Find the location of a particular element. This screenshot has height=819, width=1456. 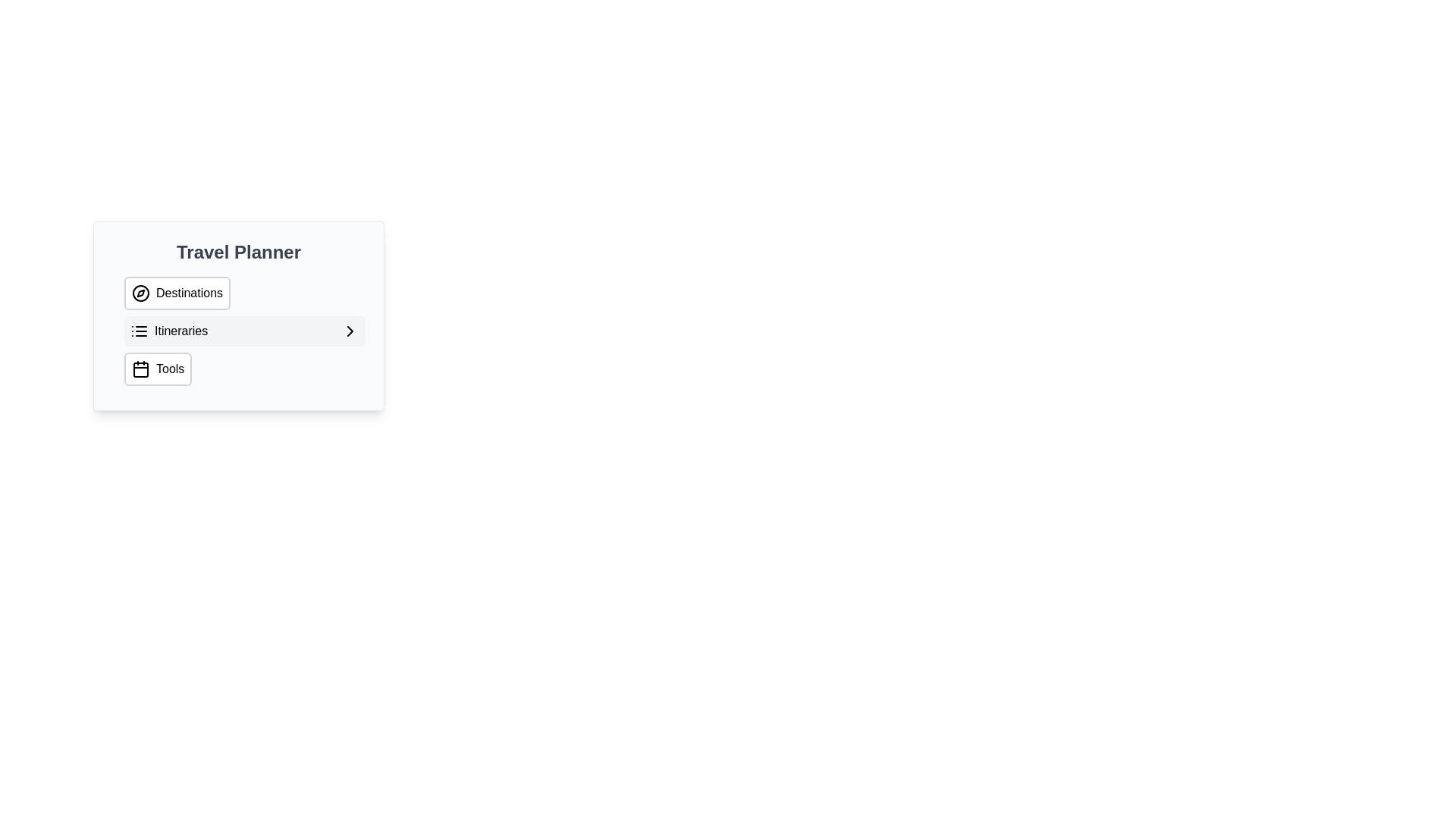

the 'Destinations' button in the Travel Planner section is located at coordinates (177, 293).